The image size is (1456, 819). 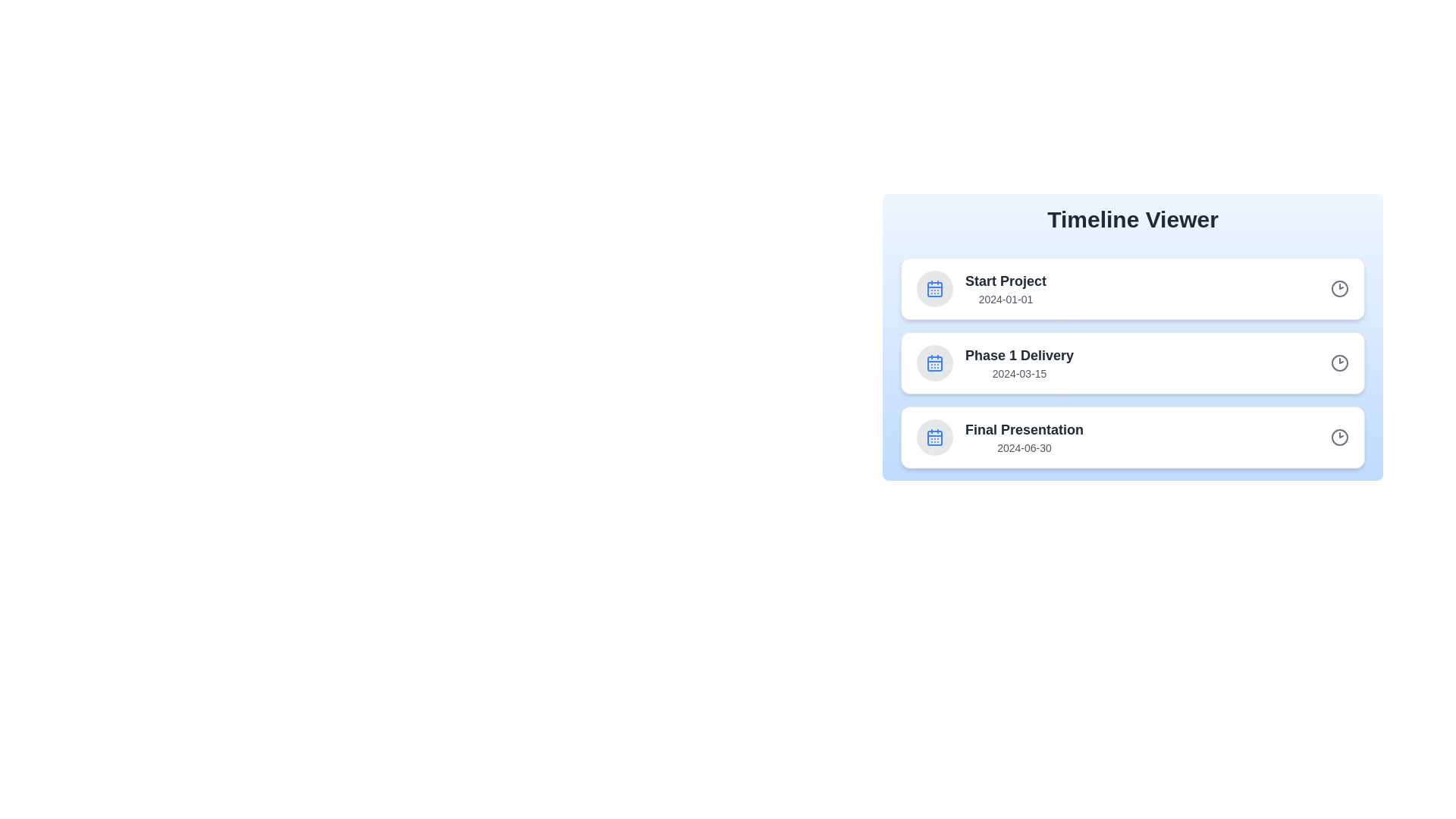 What do you see at coordinates (934, 438) in the screenshot?
I see `the calendar icon representing 'Start Project 2024-01-01'` at bounding box center [934, 438].